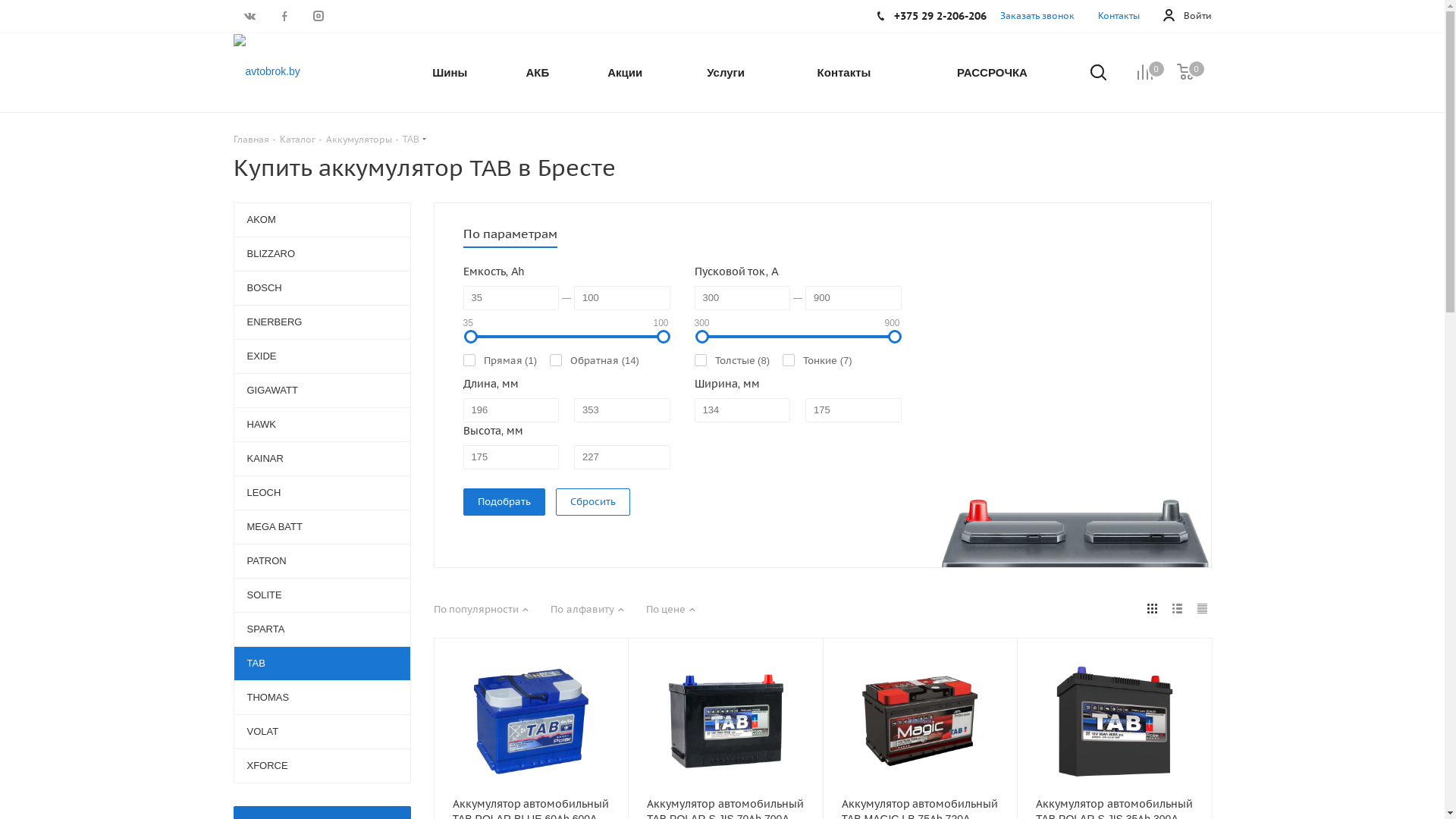 The width and height of the screenshot is (1456, 819). Describe the element at coordinates (322, 356) in the screenshot. I see `'EXIDE'` at that location.